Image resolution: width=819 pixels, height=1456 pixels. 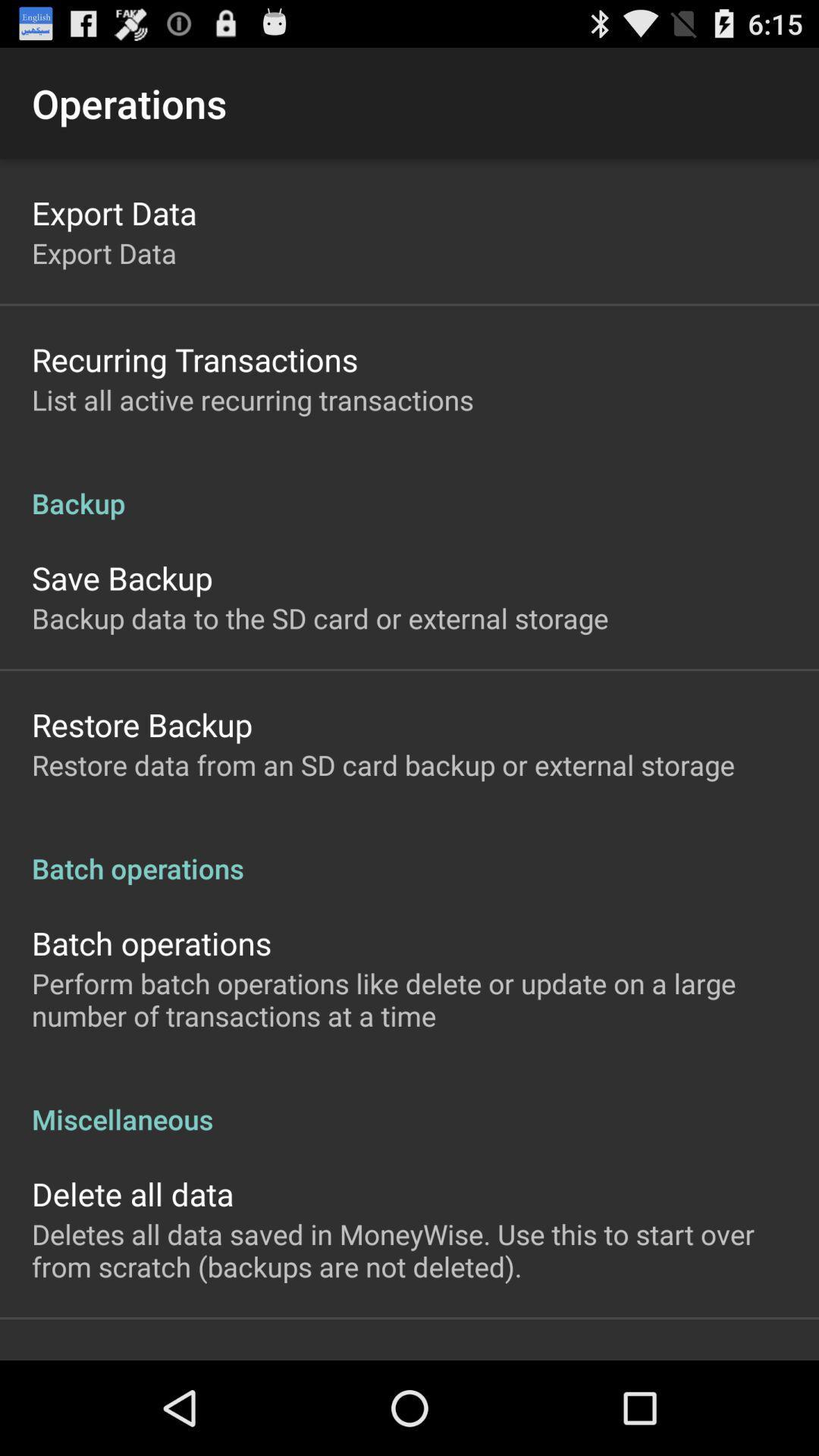 I want to click on the icon above the backup icon, so click(x=252, y=400).